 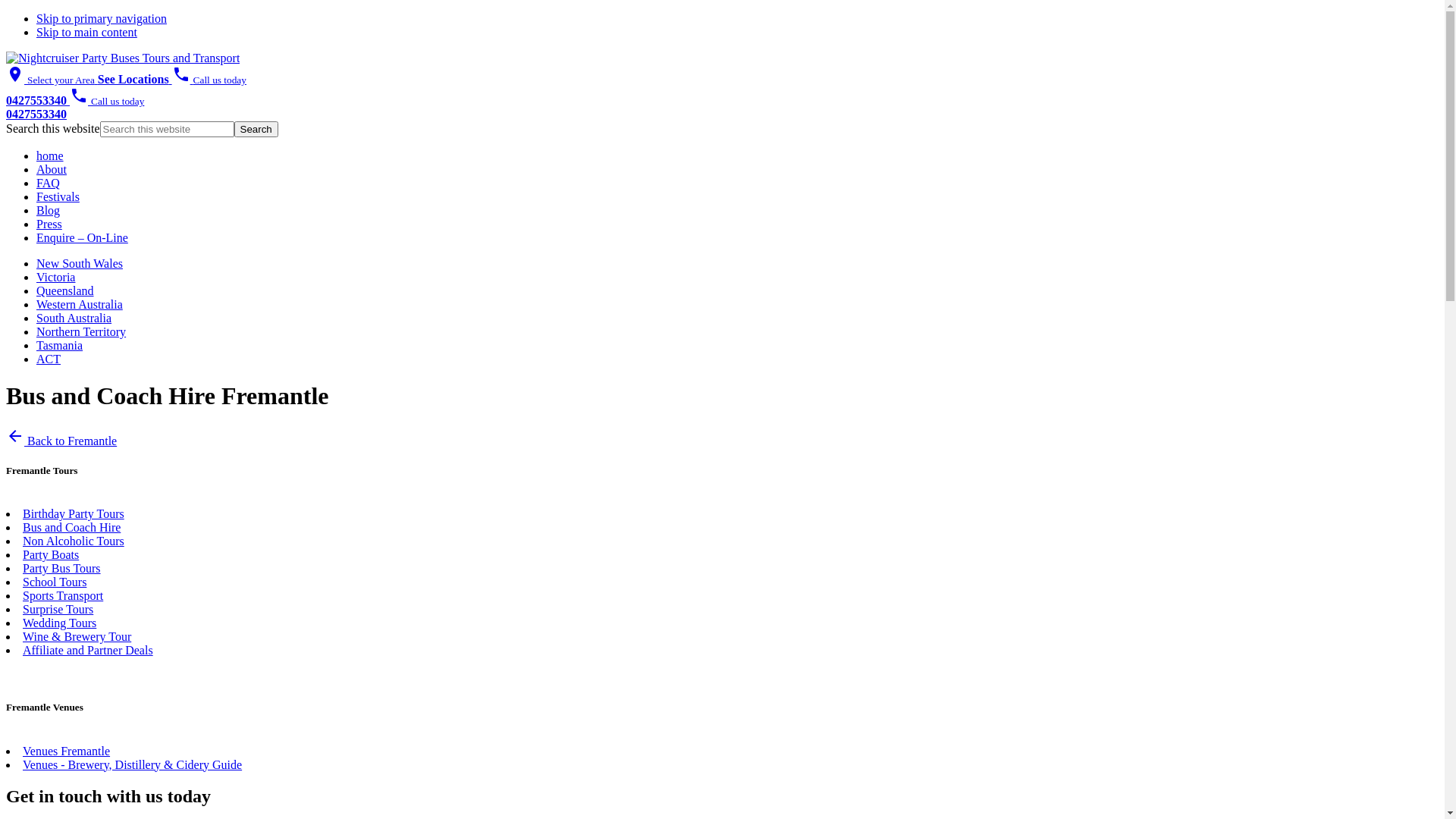 What do you see at coordinates (61, 595) in the screenshot?
I see `'Sports Transport'` at bounding box center [61, 595].